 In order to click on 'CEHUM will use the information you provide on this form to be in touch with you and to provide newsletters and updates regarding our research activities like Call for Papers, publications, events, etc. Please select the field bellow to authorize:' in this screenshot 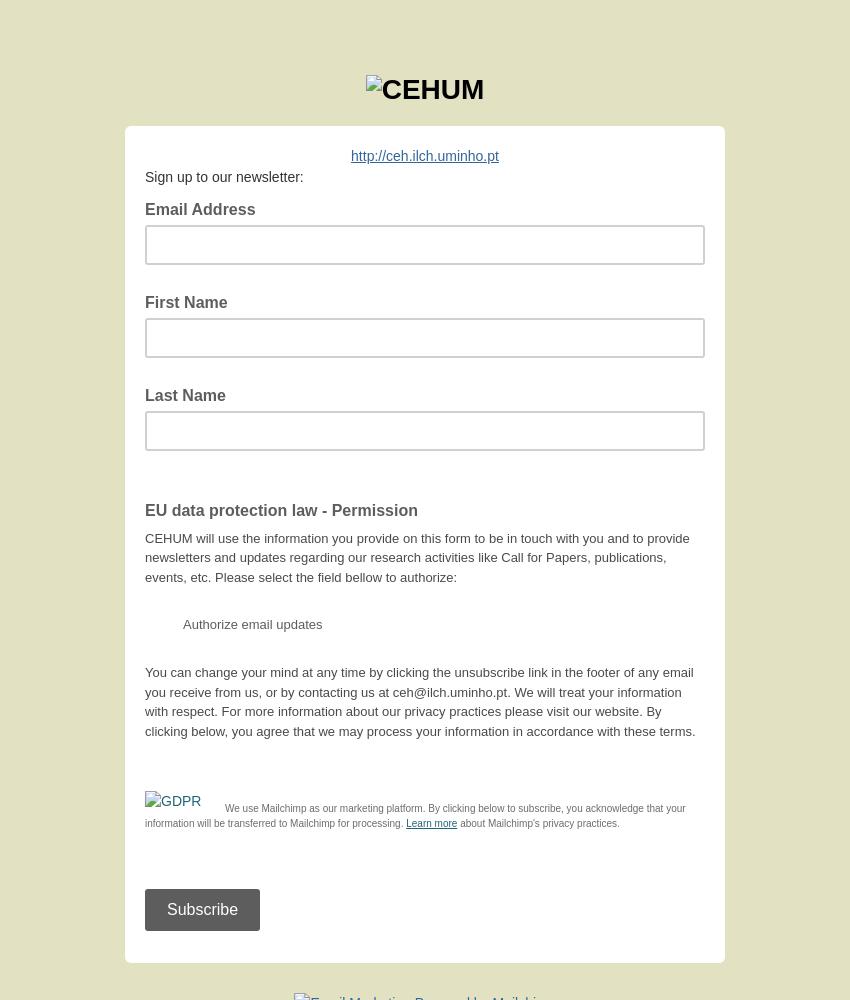, I will do `click(417, 557)`.